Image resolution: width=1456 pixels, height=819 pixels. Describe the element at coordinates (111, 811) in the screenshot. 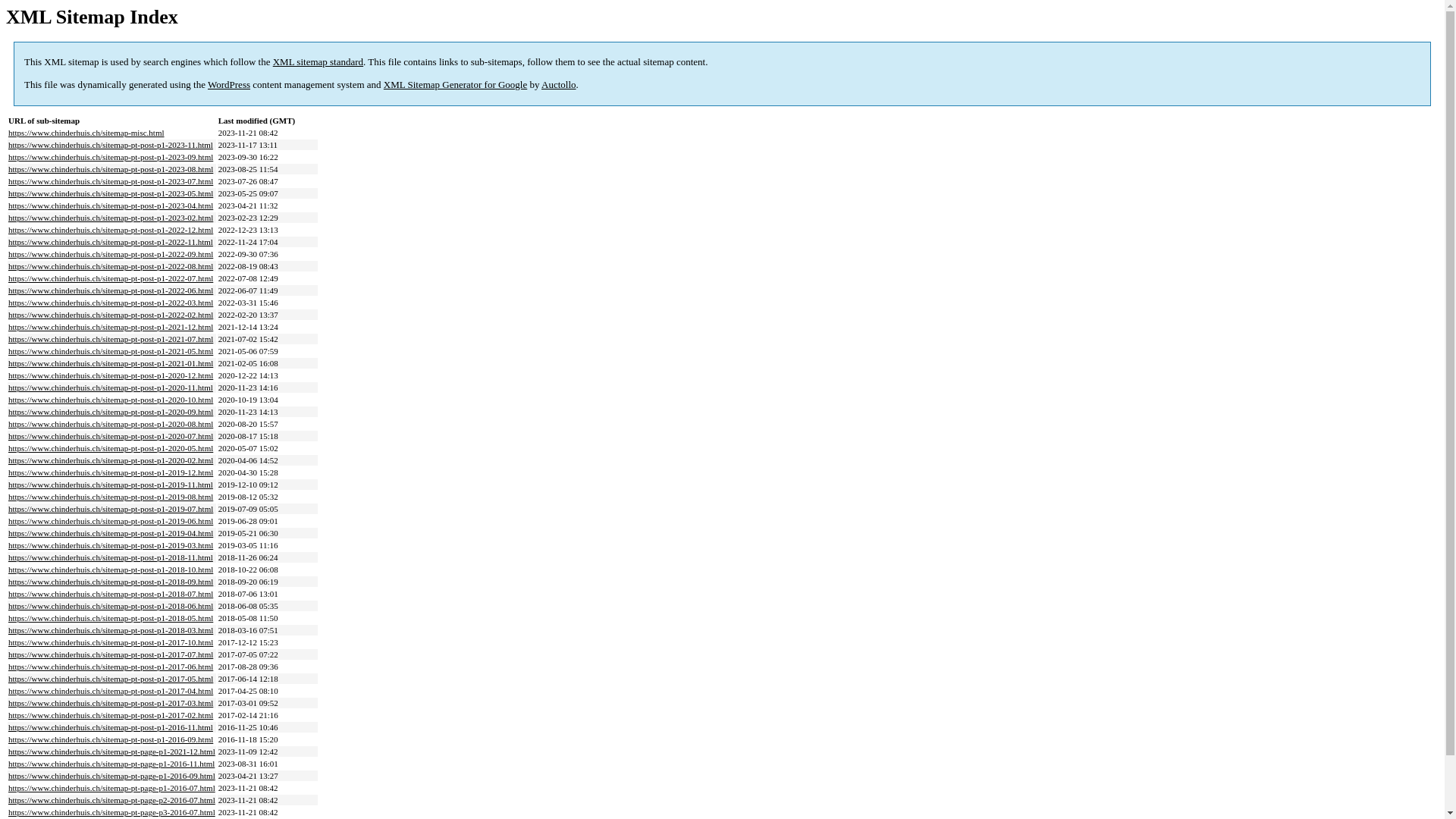

I see `'https://www.chinderhuis.ch/sitemap-pt-page-p3-2016-07.html'` at that location.